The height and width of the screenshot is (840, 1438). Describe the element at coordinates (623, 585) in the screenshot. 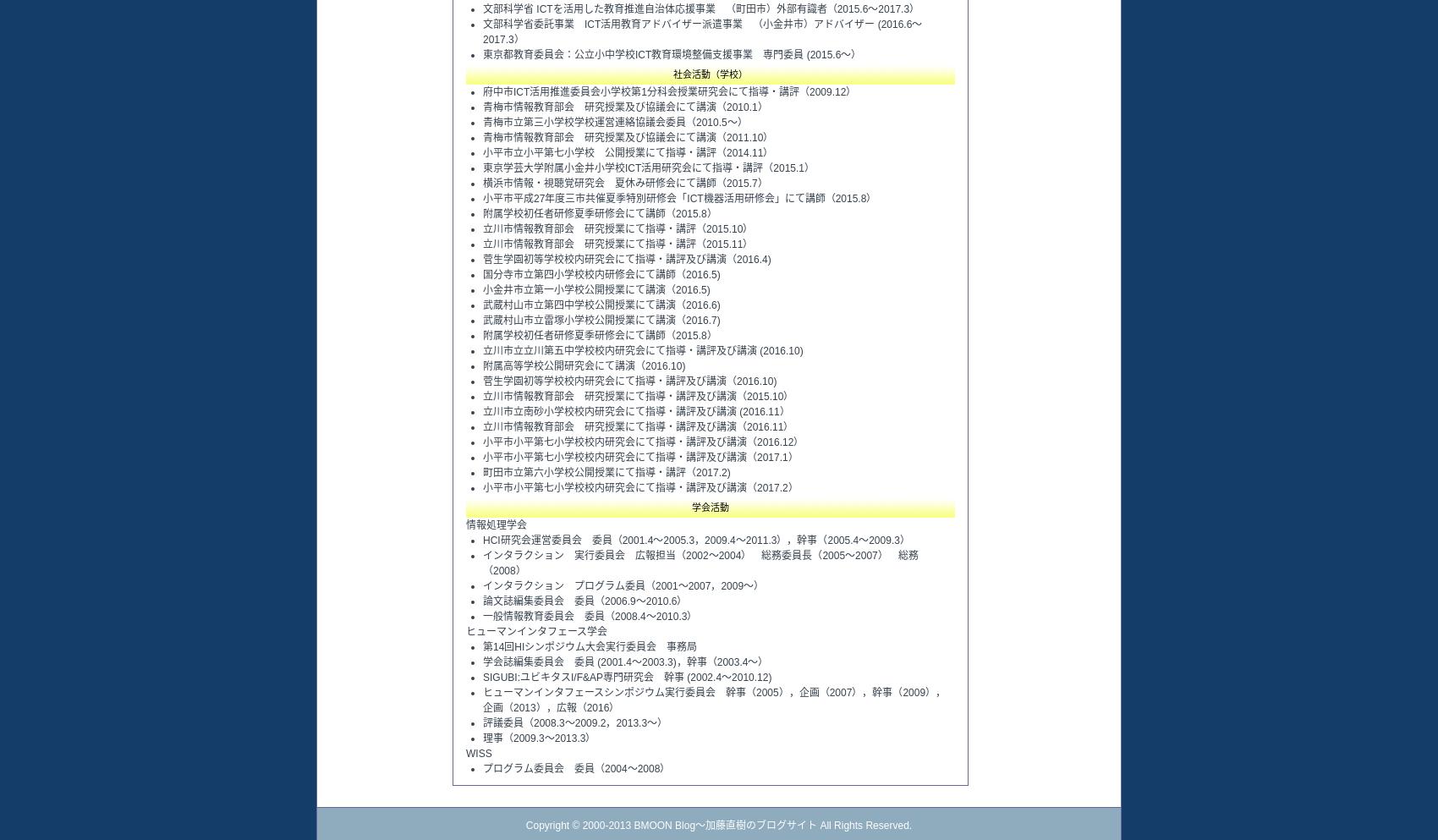

I see `'インタラクション　プログラム委員（2001～2007，2009〜）'` at that location.